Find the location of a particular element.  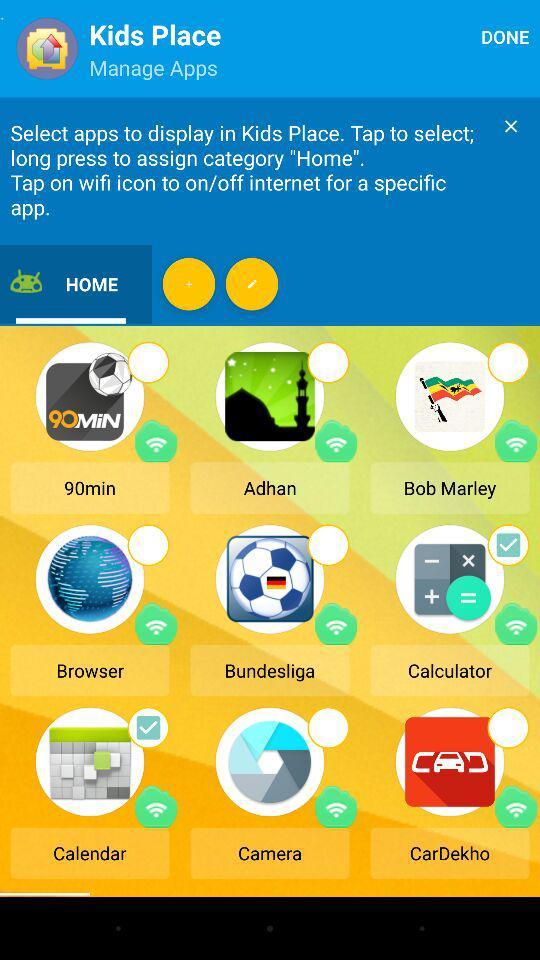

wifi icon is located at coordinates (155, 441).